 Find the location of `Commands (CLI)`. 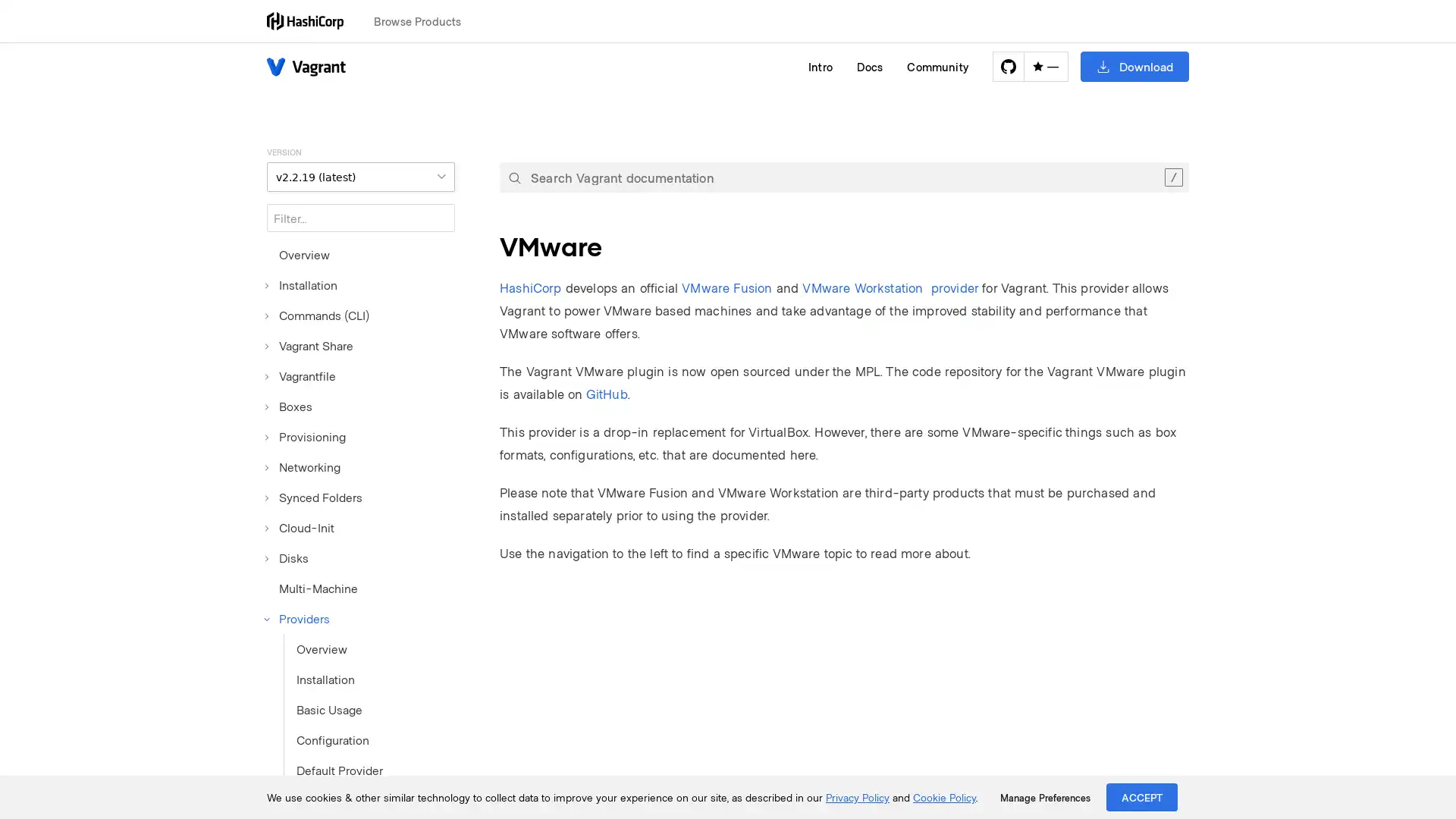

Commands (CLI) is located at coordinates (317, 315).